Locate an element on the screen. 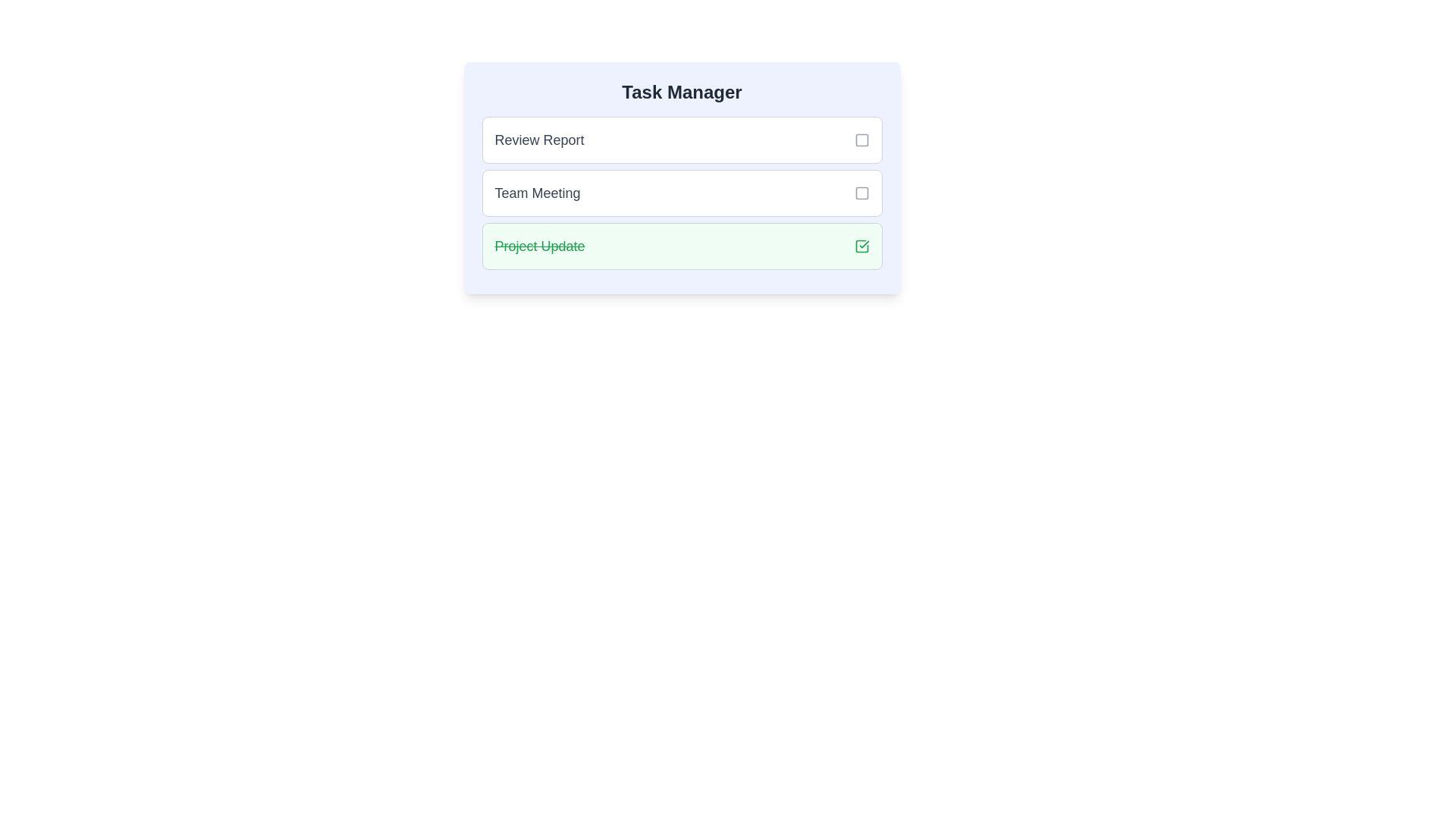 This screenshot has height=819, width=1456. the green square-like frame graphical component, which is part of the SVG icon indicating a completed task, located at the far-right of the third row in the 'Task Manager' interface is located at coordinates (861, 245).